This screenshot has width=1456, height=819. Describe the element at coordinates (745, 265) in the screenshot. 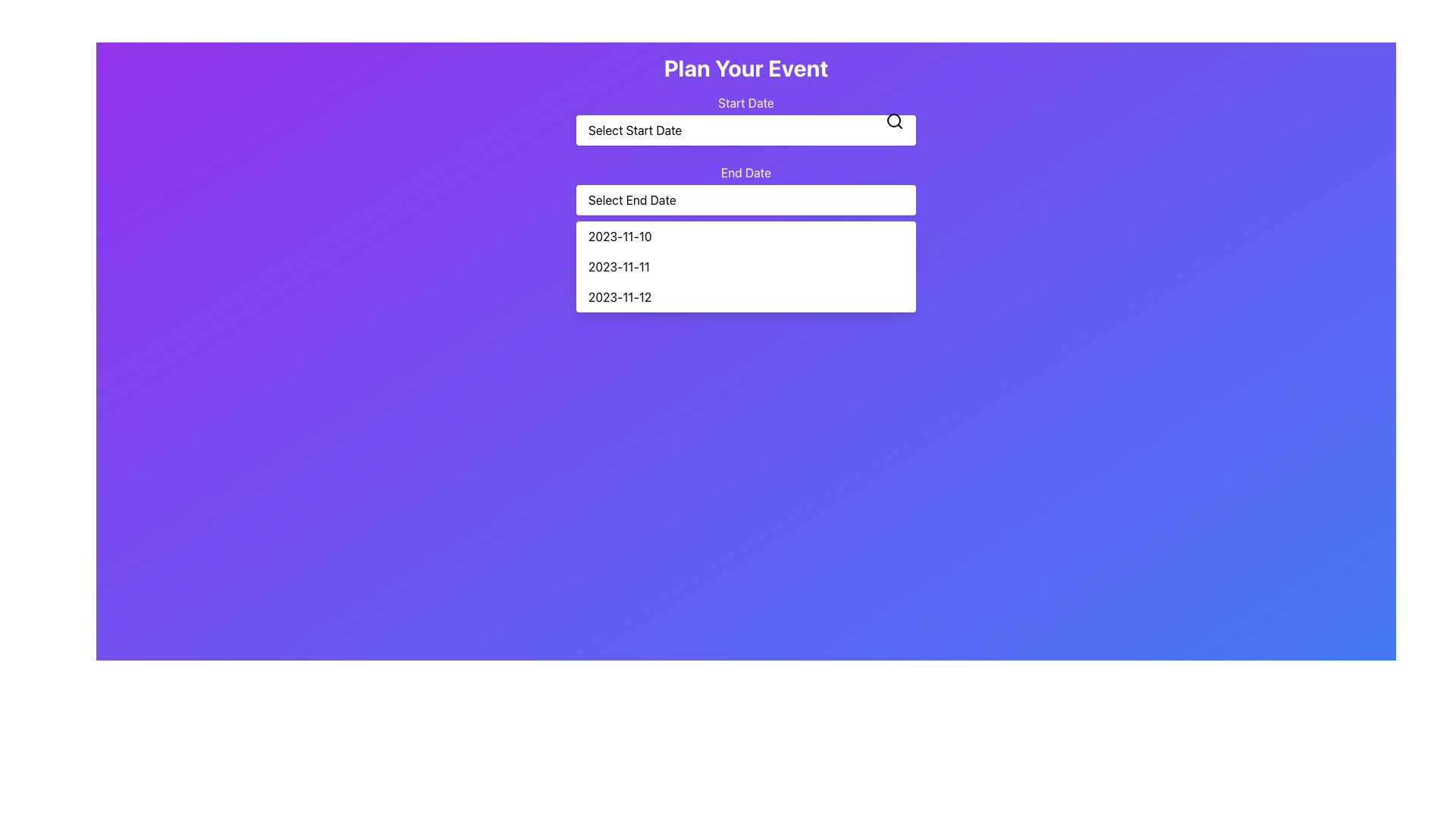

I see `the Dropdown list for selecting end date options located below the 'Select End Date' input field to choose a date` at that location.